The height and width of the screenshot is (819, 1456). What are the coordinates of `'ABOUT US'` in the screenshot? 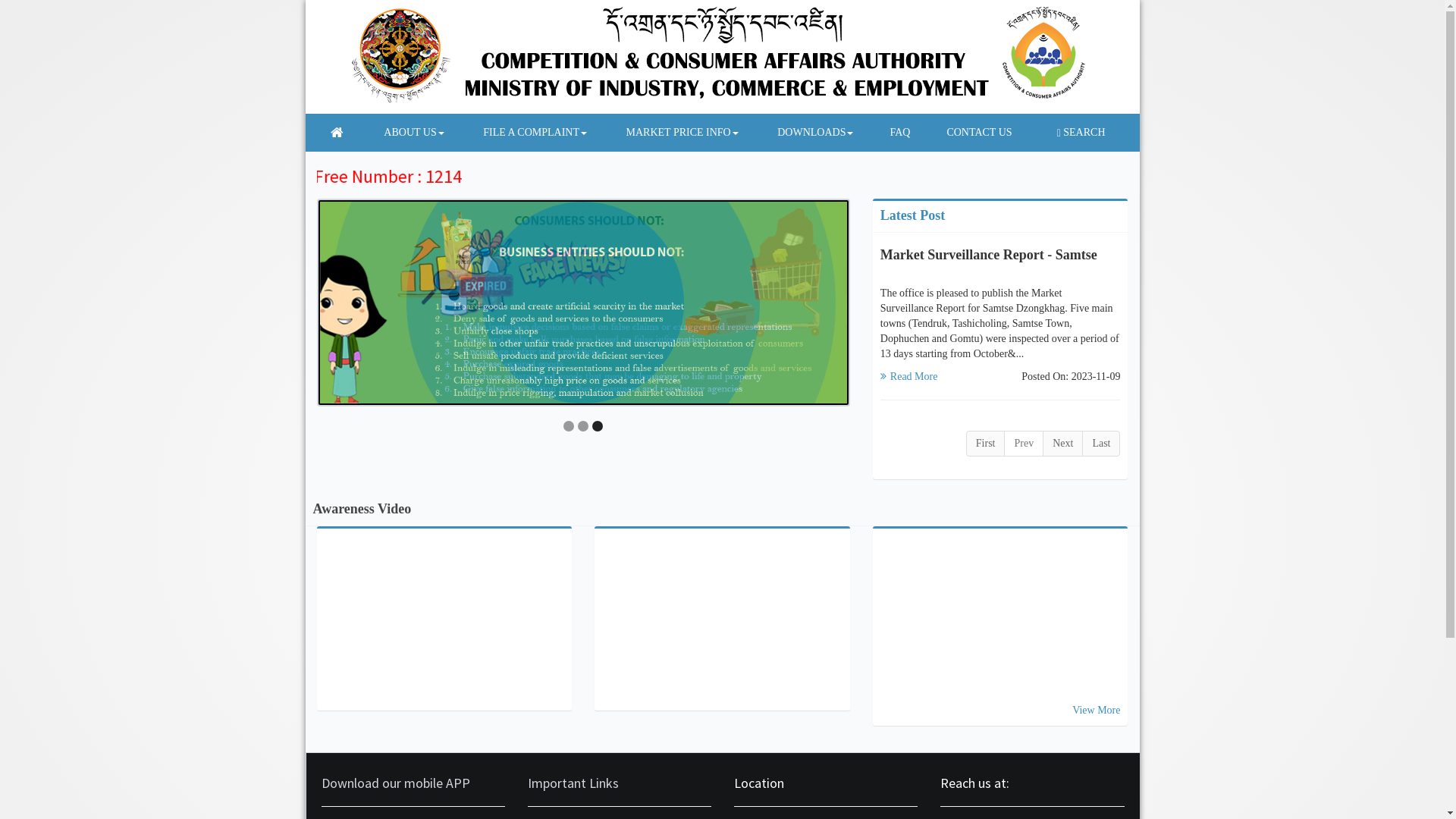 It's located at (356, 131).